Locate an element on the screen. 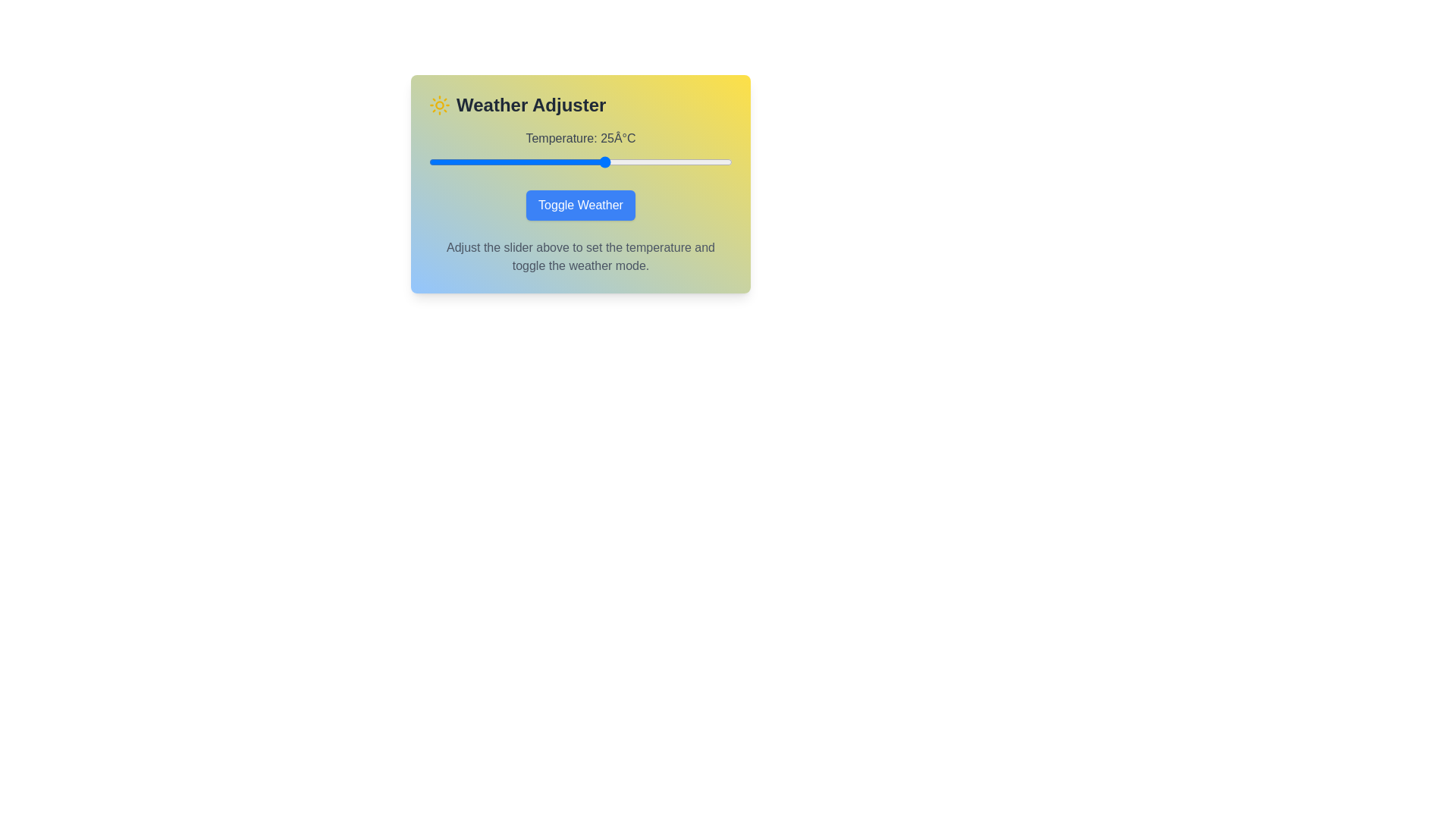  the temperature slider to set the temperature to 37°C is located at coordinates (667, 162).